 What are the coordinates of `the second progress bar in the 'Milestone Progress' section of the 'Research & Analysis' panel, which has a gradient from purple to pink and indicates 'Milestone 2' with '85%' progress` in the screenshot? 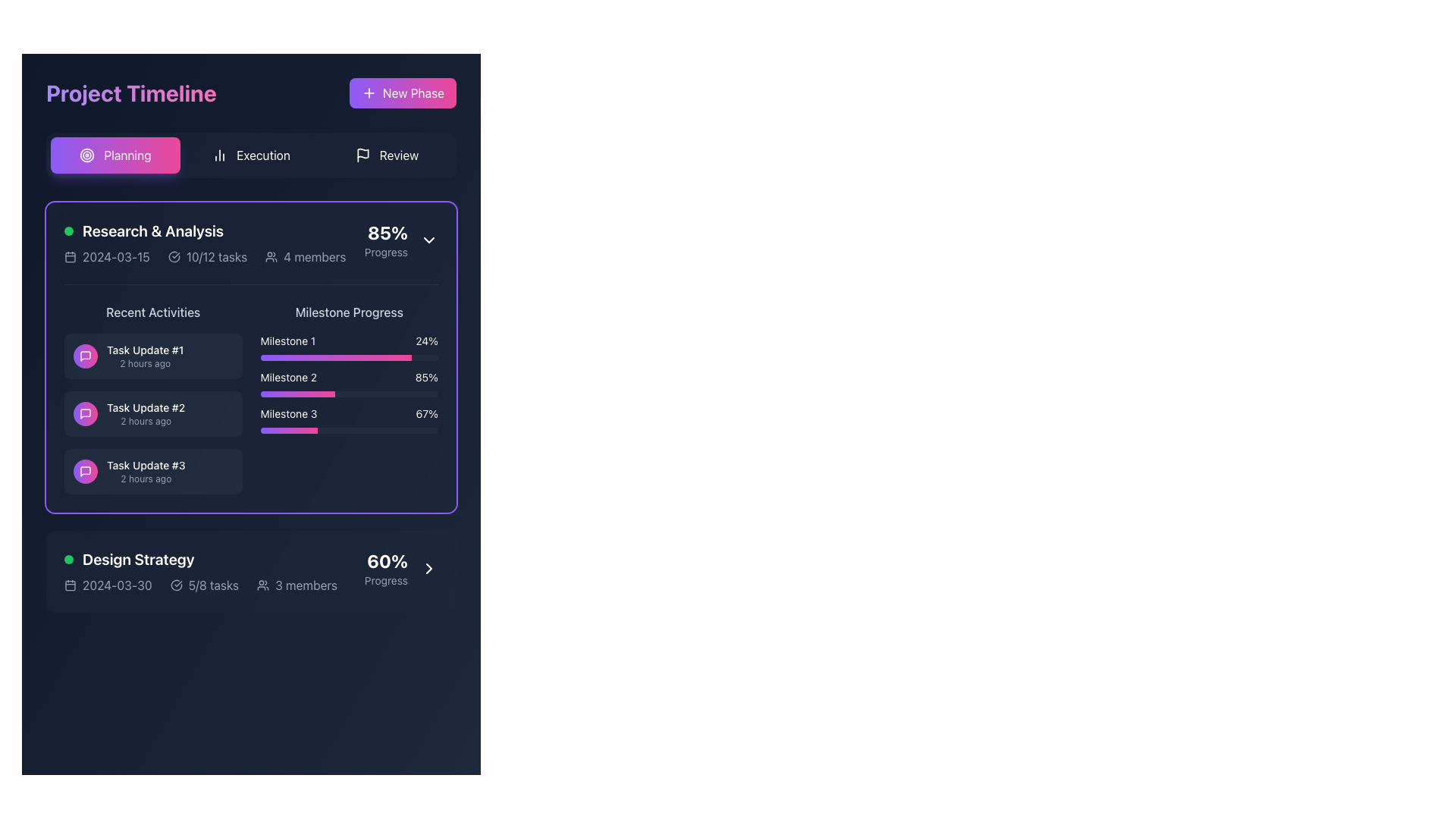 It's located at (348, 357).